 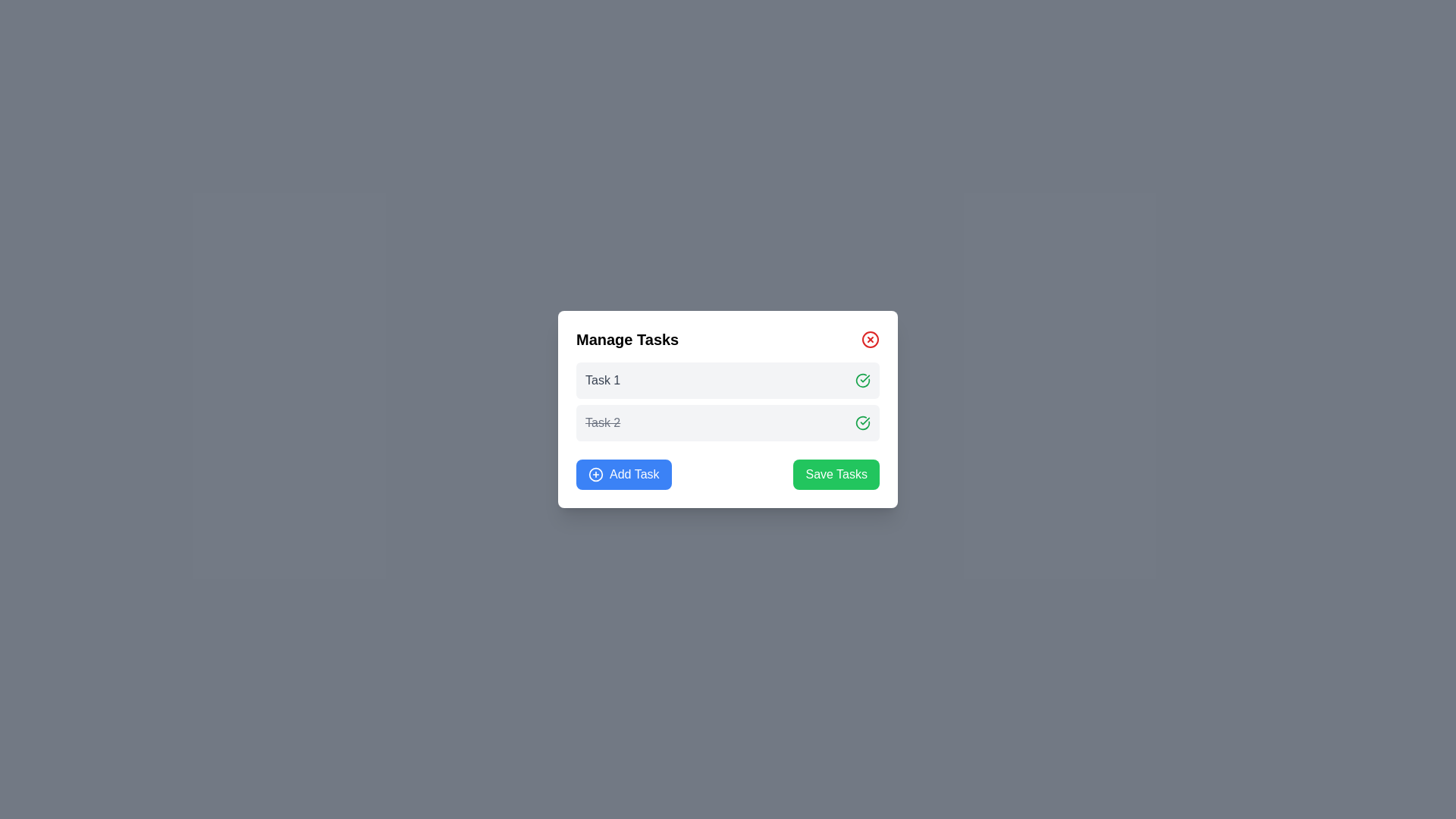 What do you see at coordinates (602, 379) in the screenshot?
I see `the text label that serves as the descriptive title for the first task in the 'Manage Tasks' modal` at bounding box center [602, 379].